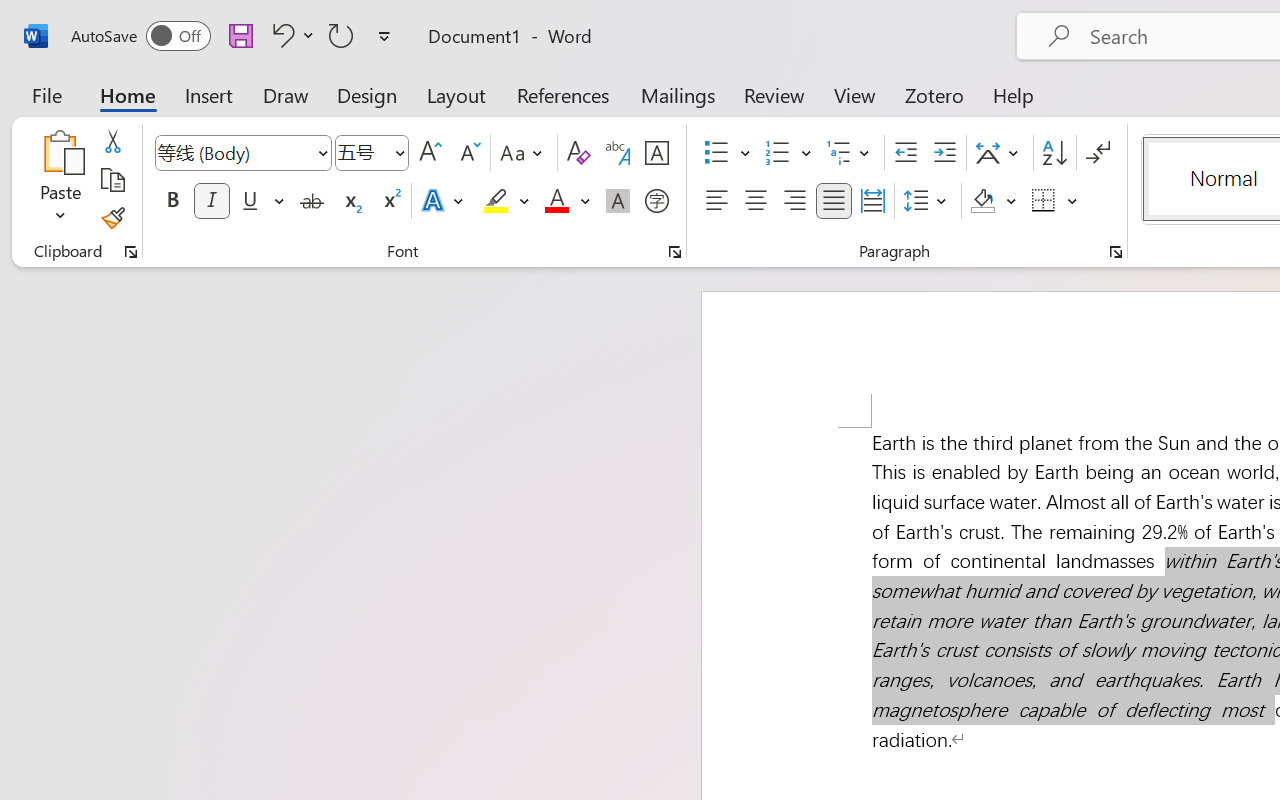 The width and height of the screenshot is (1280, 800). Describe the element at coordinates (617, 201) in the screenshot. I see `'Character Shading'` at that location.